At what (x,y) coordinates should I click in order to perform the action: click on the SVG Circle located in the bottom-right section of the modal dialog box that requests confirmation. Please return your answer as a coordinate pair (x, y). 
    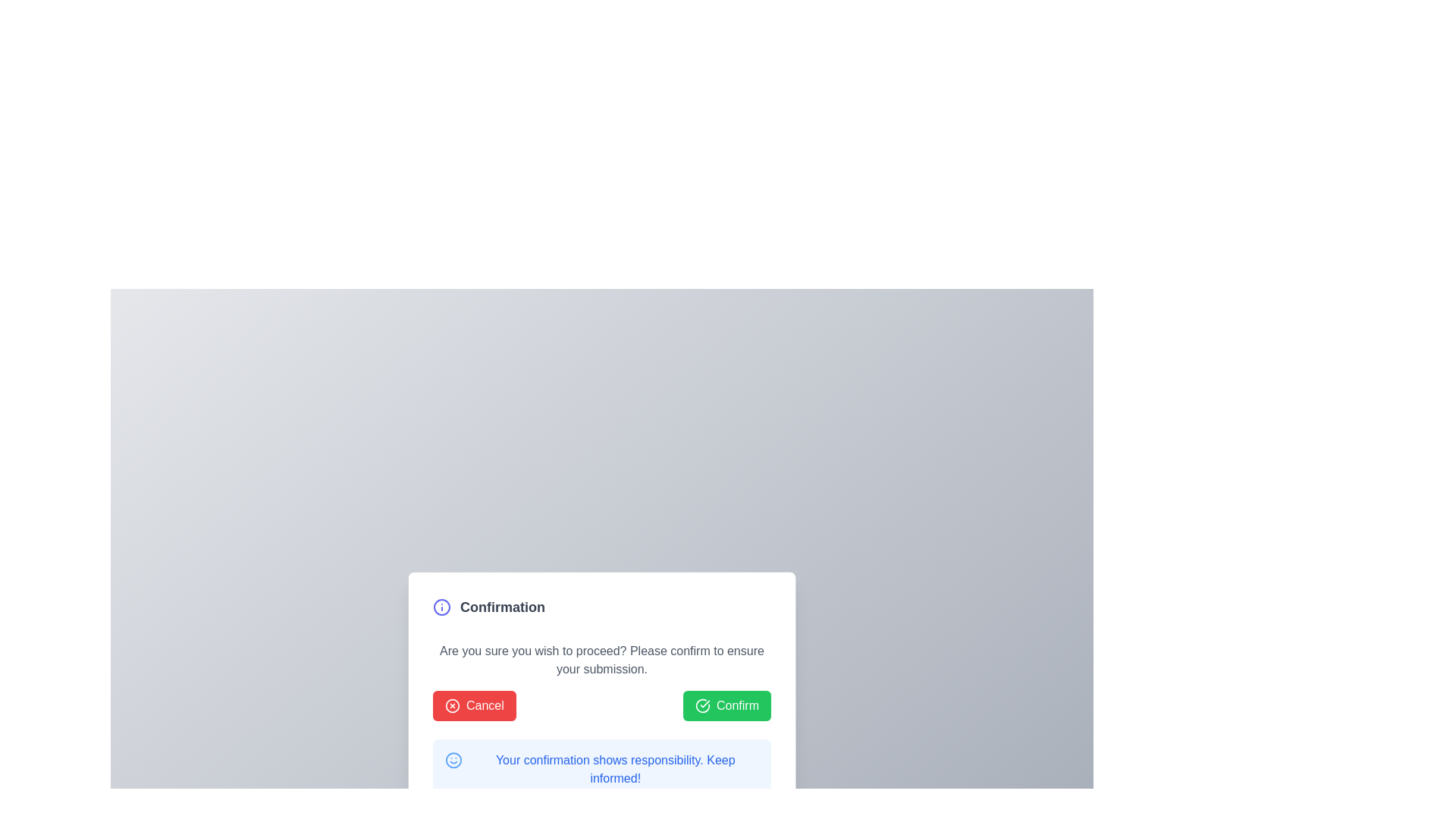
    Looking at the image, I should click on (441, 607).